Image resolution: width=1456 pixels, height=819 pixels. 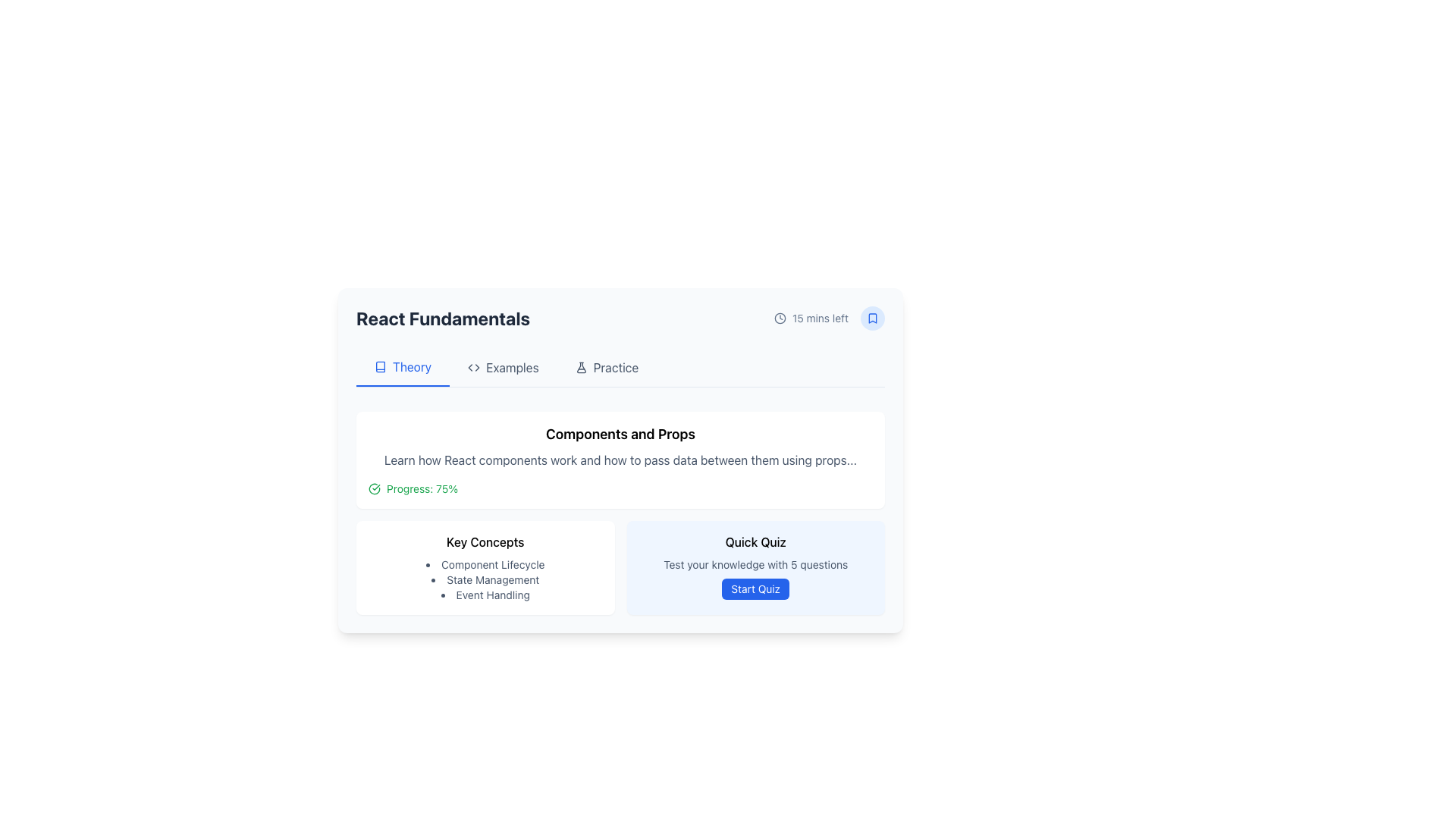 What do you see at coordinates (580, 368) in the screenshot?
I see `the SVG vector icon of a conical flask located at the top-right corner of the interface for additional options` at bounding box center [580, 368].